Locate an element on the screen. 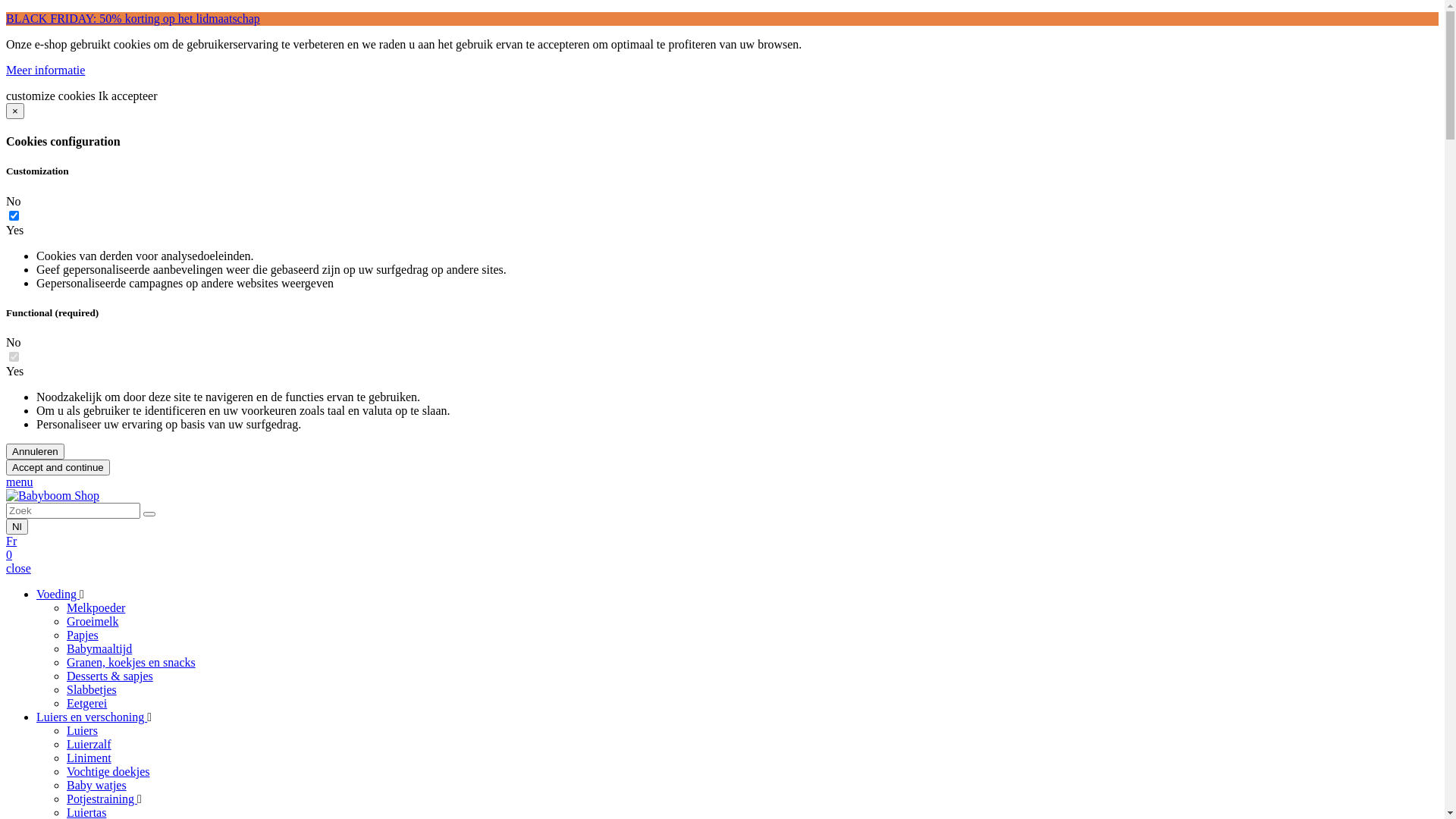  'menu' is located at coordinates (19, 482).